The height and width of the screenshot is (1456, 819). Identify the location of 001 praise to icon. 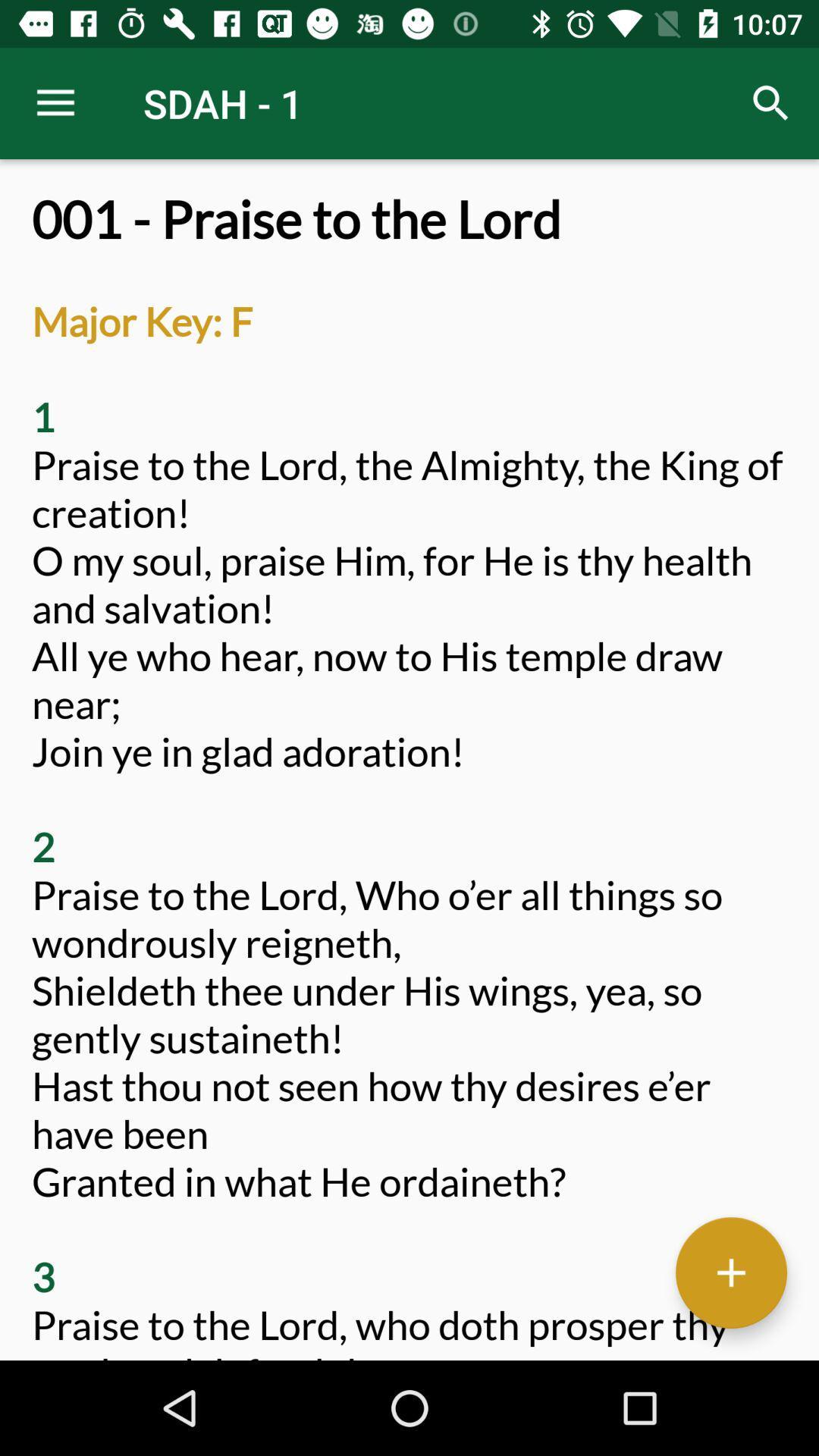
(409, 775).